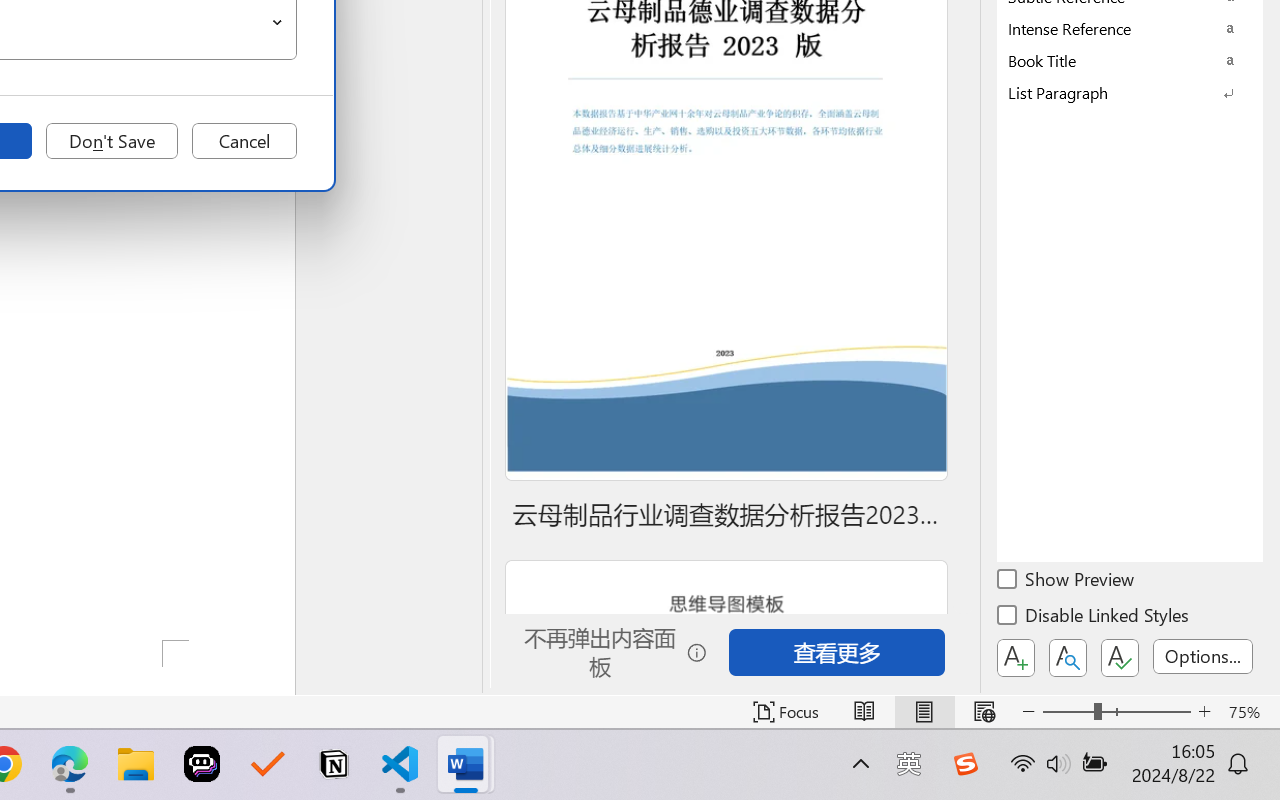 This screenshot has width=1280, height=800. What do you see at coordinates (1094, 618) in the screenshot?
I see `'Disable Linked Styles'` at bounding box center [1094, 618].